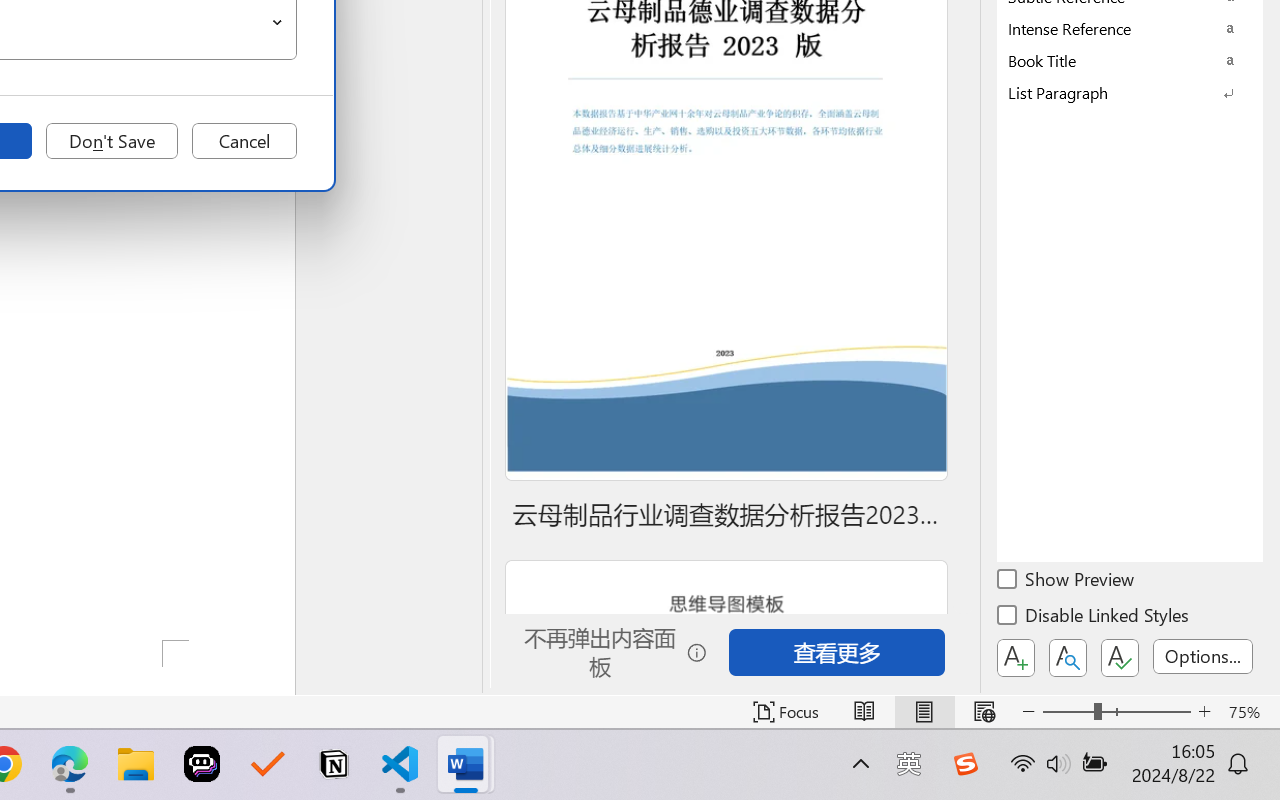 This screenshot has width=1280, height=800. What do you see at coordinates (1094, 618) in the screenshot?
I see `'Disable Linked Styles'` at bounding box center [1094, 618].